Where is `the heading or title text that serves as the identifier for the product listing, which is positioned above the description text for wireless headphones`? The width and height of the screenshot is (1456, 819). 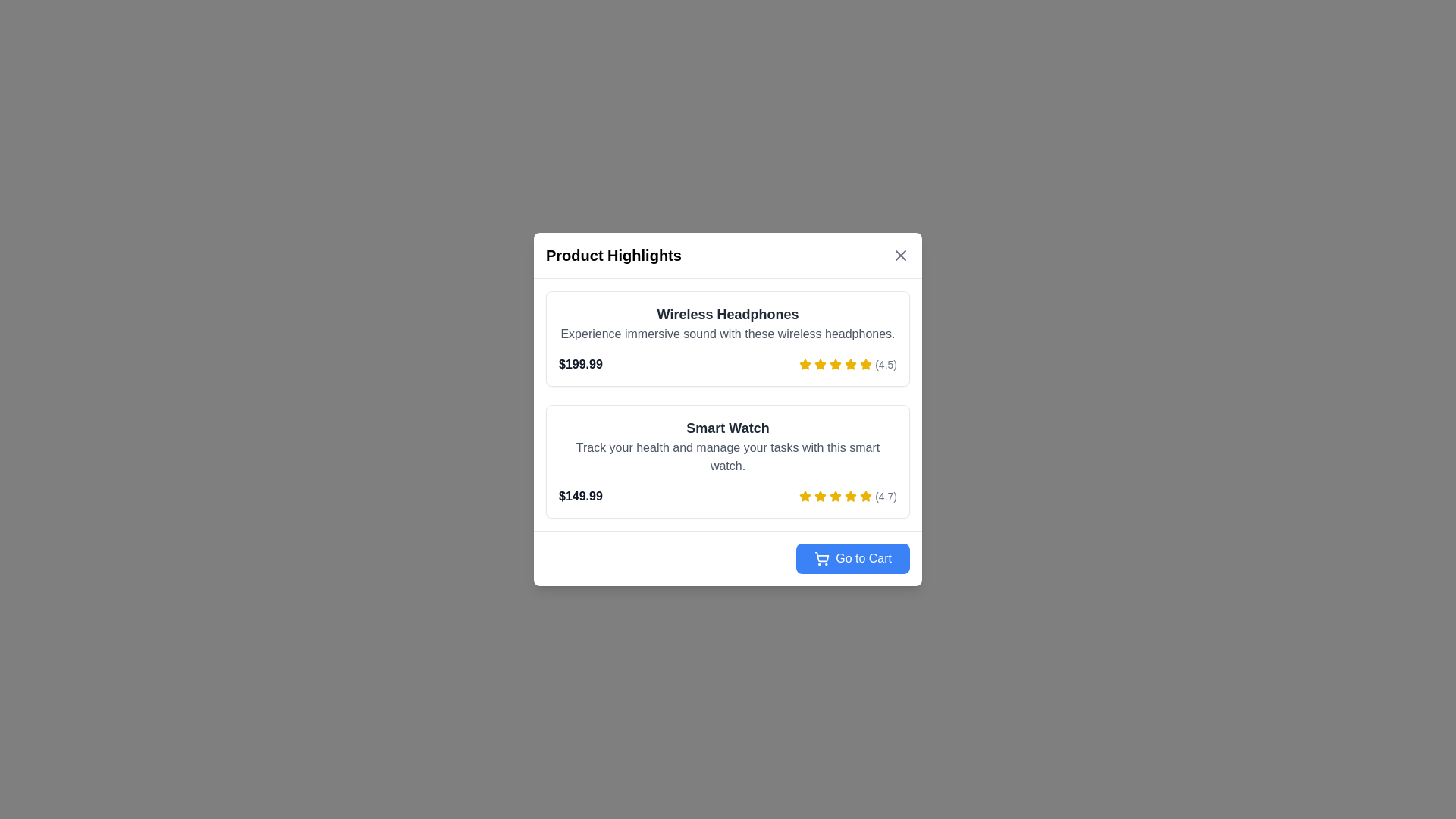 the heading or title text that serves as the identifier for the product listing, which is positioned above the description text for wireless headphones is located at coordinates (728, 314).